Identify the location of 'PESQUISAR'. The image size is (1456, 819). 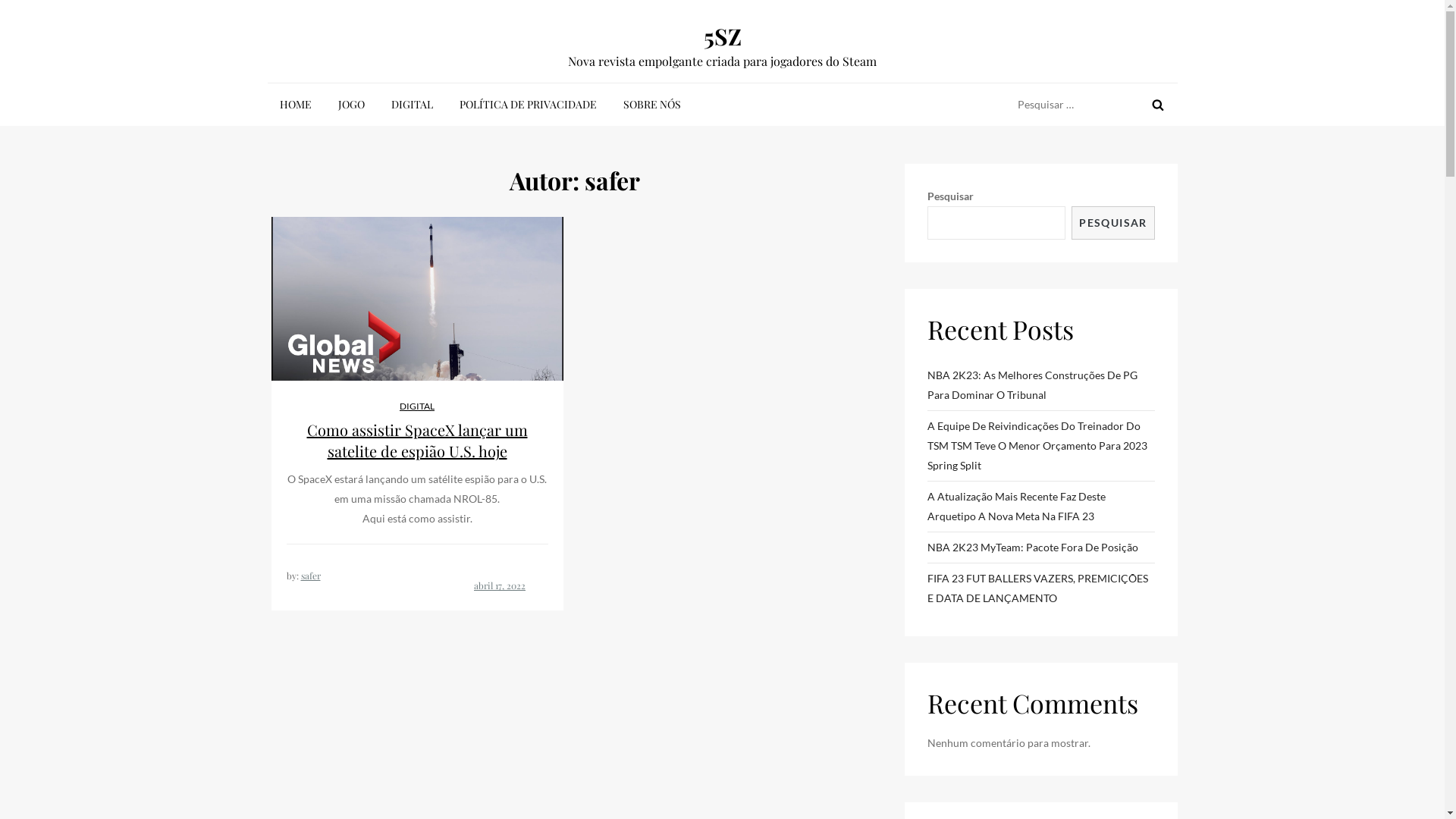
(1112, 222).